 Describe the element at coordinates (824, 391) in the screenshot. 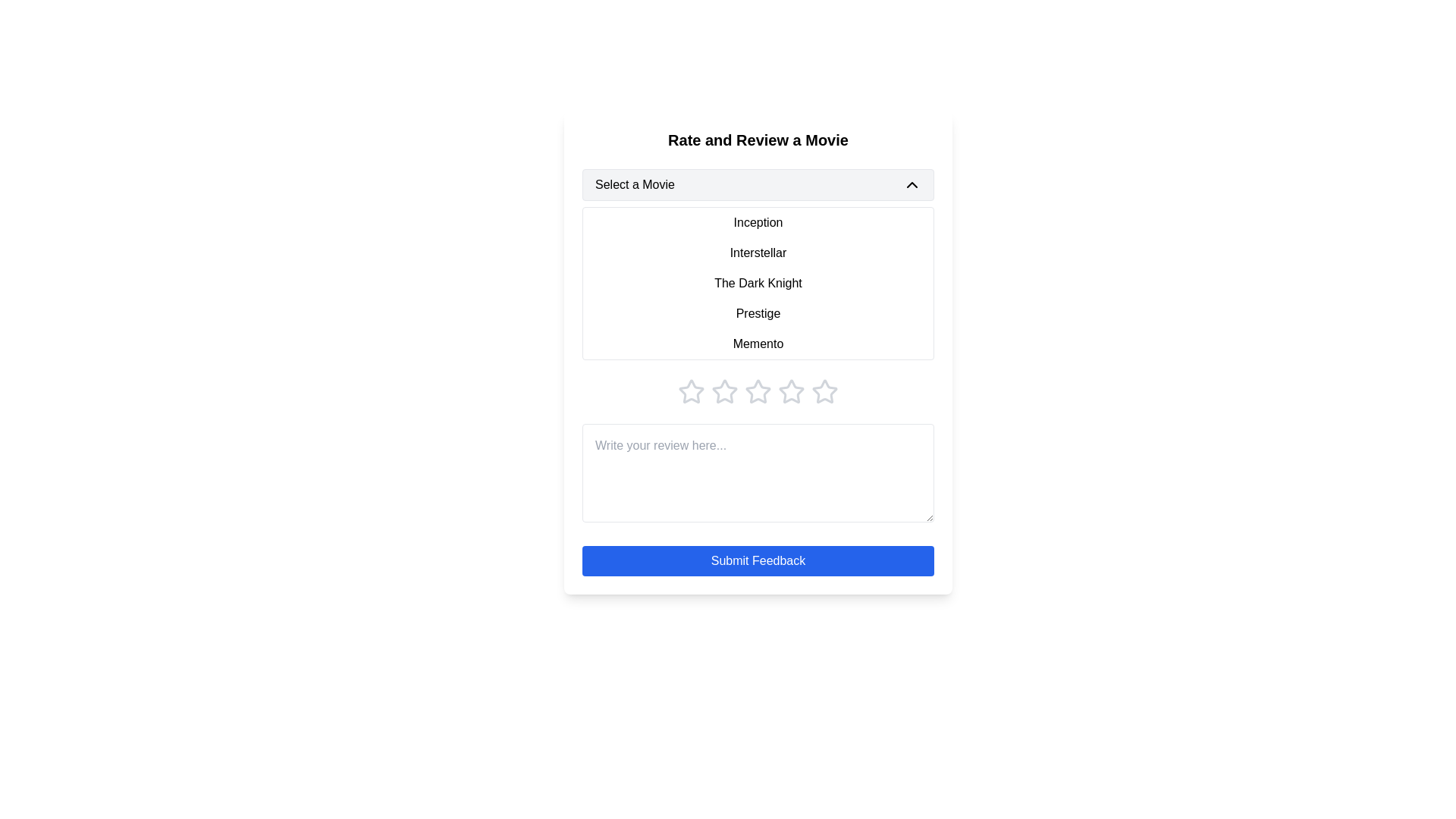

I see `the fifth star-shaped rating icon` at that location.